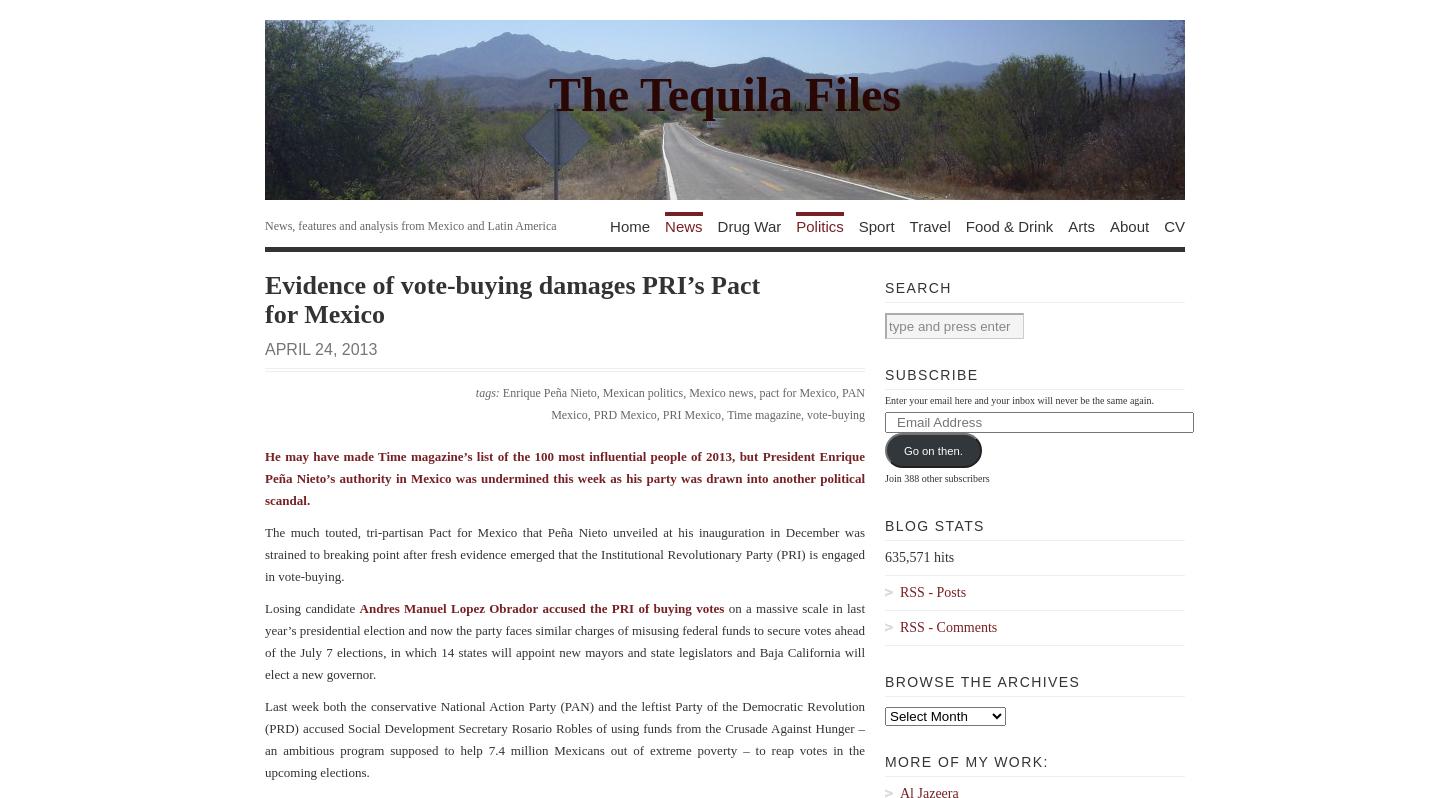 Image resolution: width=1450 pixels, height=798 pixels. Describe the element at coordinates (931, 449) in the screenshot. I see `'Go on then.'` at that location.